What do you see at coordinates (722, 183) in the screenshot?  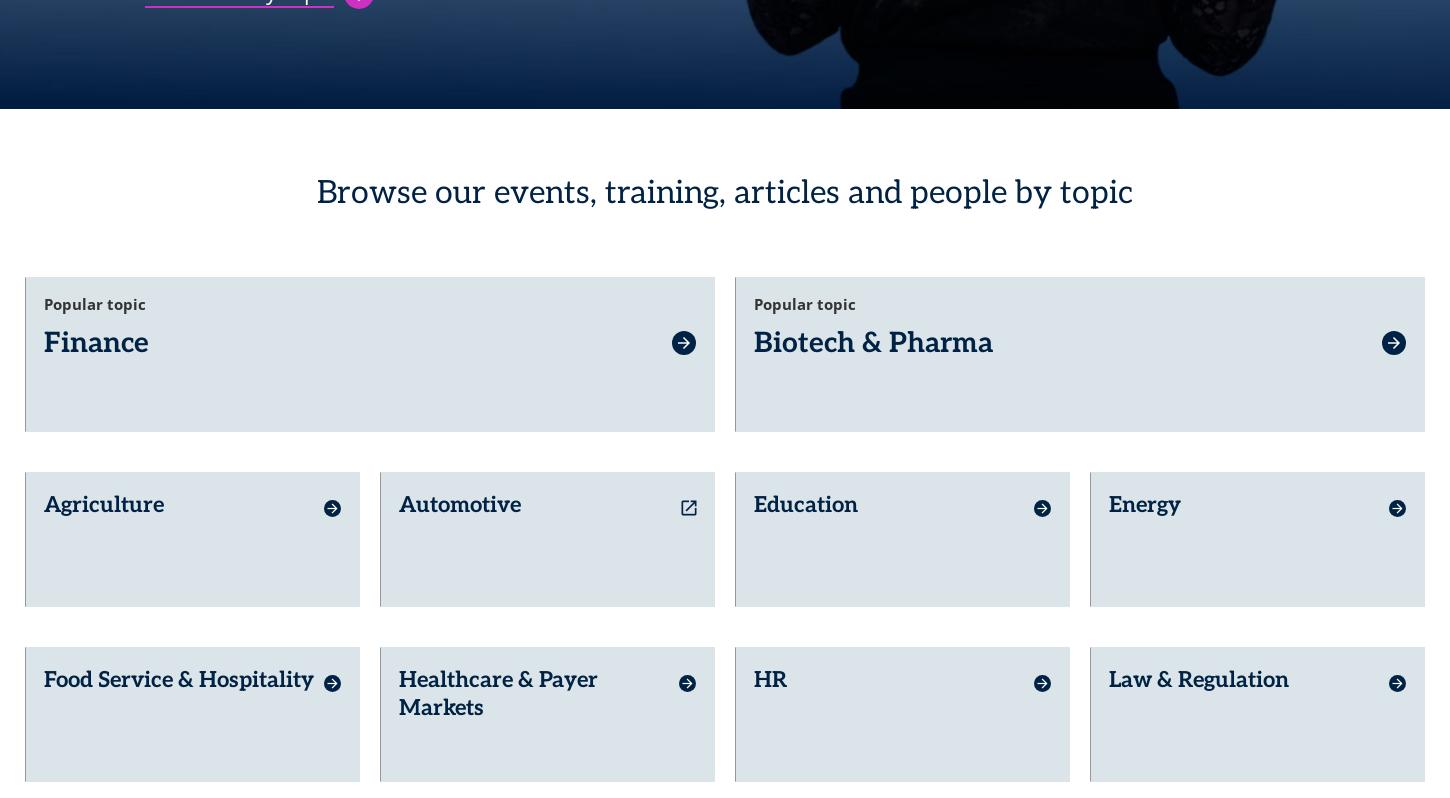 I see `'Browse our events, training, articles and people by topic'` at bounding box center [722, 183].